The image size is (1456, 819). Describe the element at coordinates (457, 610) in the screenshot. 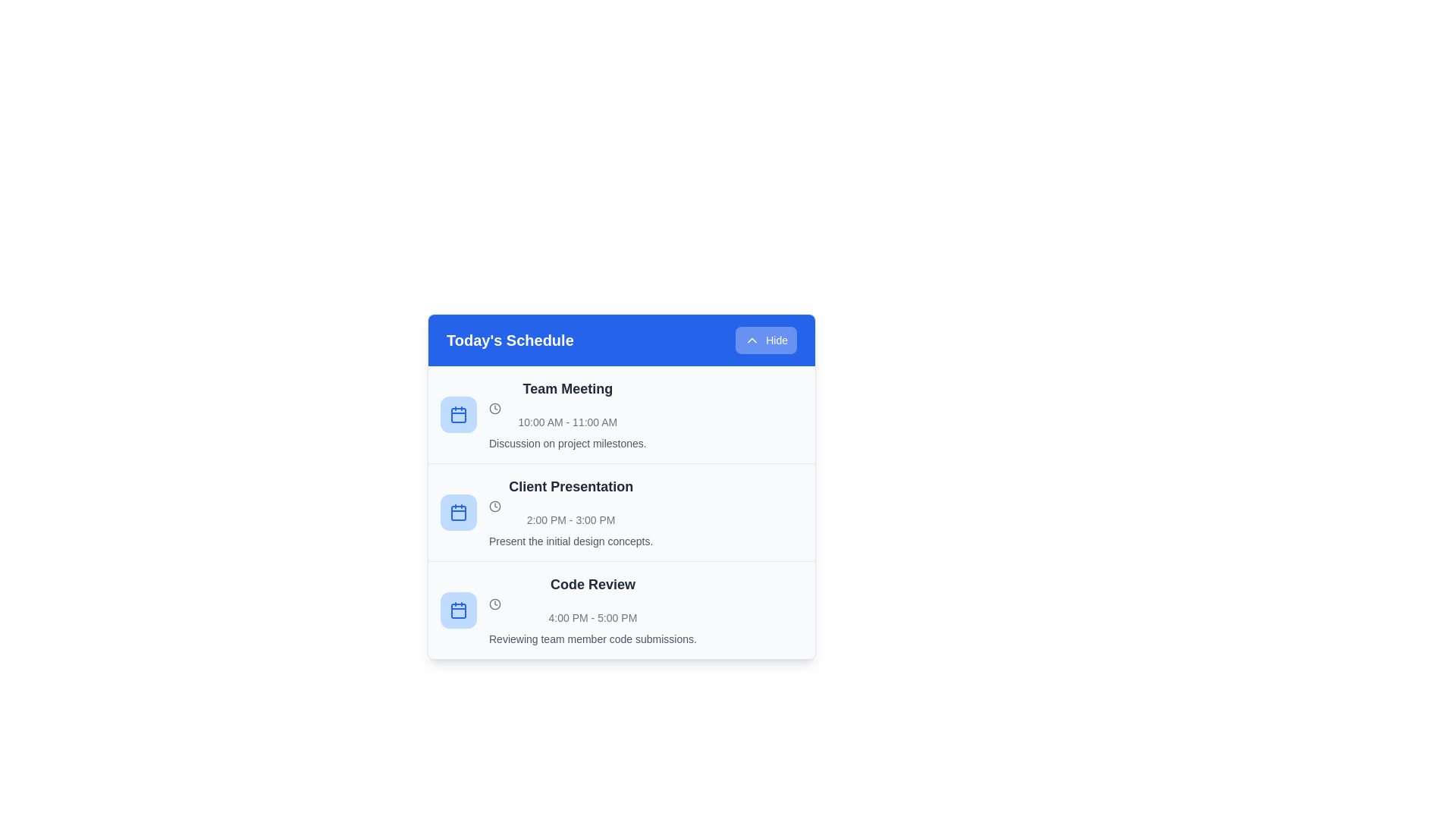

I see `the iconic graphical element representing the event titled 'Code Review'` at that location.